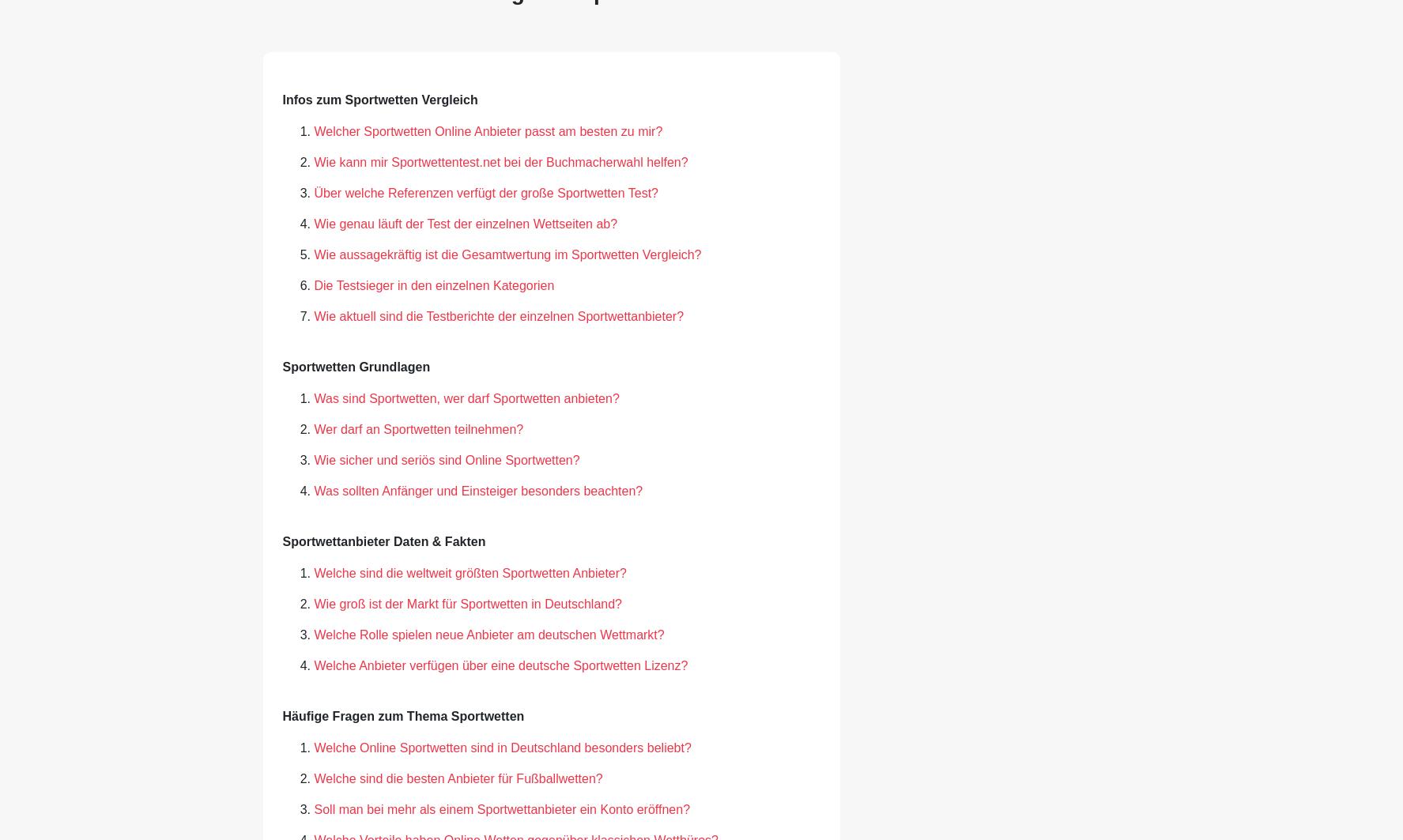  Describe the element at coordinates (507, 254) in the screenshot. I see `'Wie aussagekräftig ist die Gesamtwertung im Sportwetten Vergleich?'` at that location.